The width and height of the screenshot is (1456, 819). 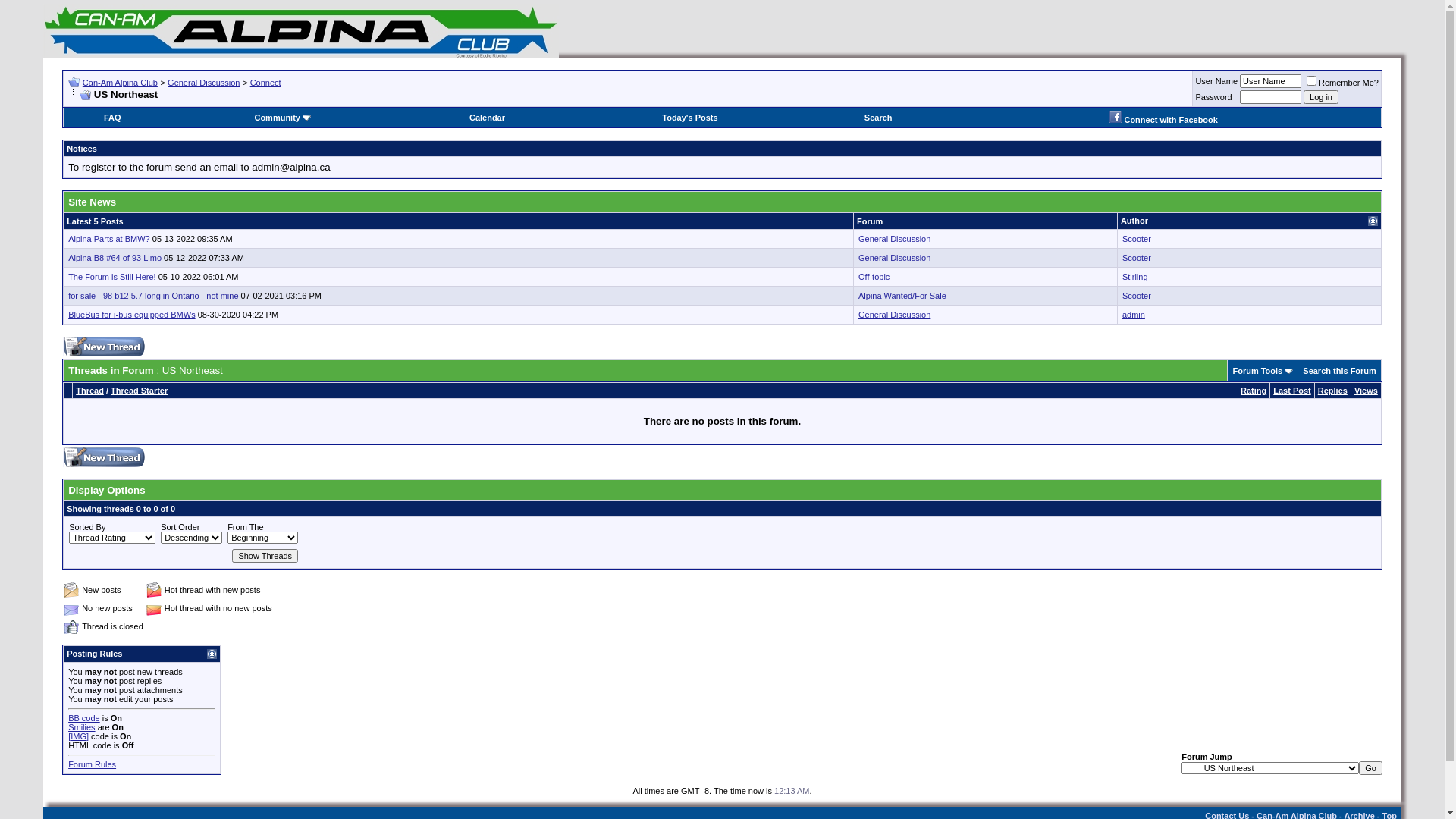 What do you see at coordinates (864, 116) in the screenshot?
I see `'Search'` at bounding box center [864, 116].